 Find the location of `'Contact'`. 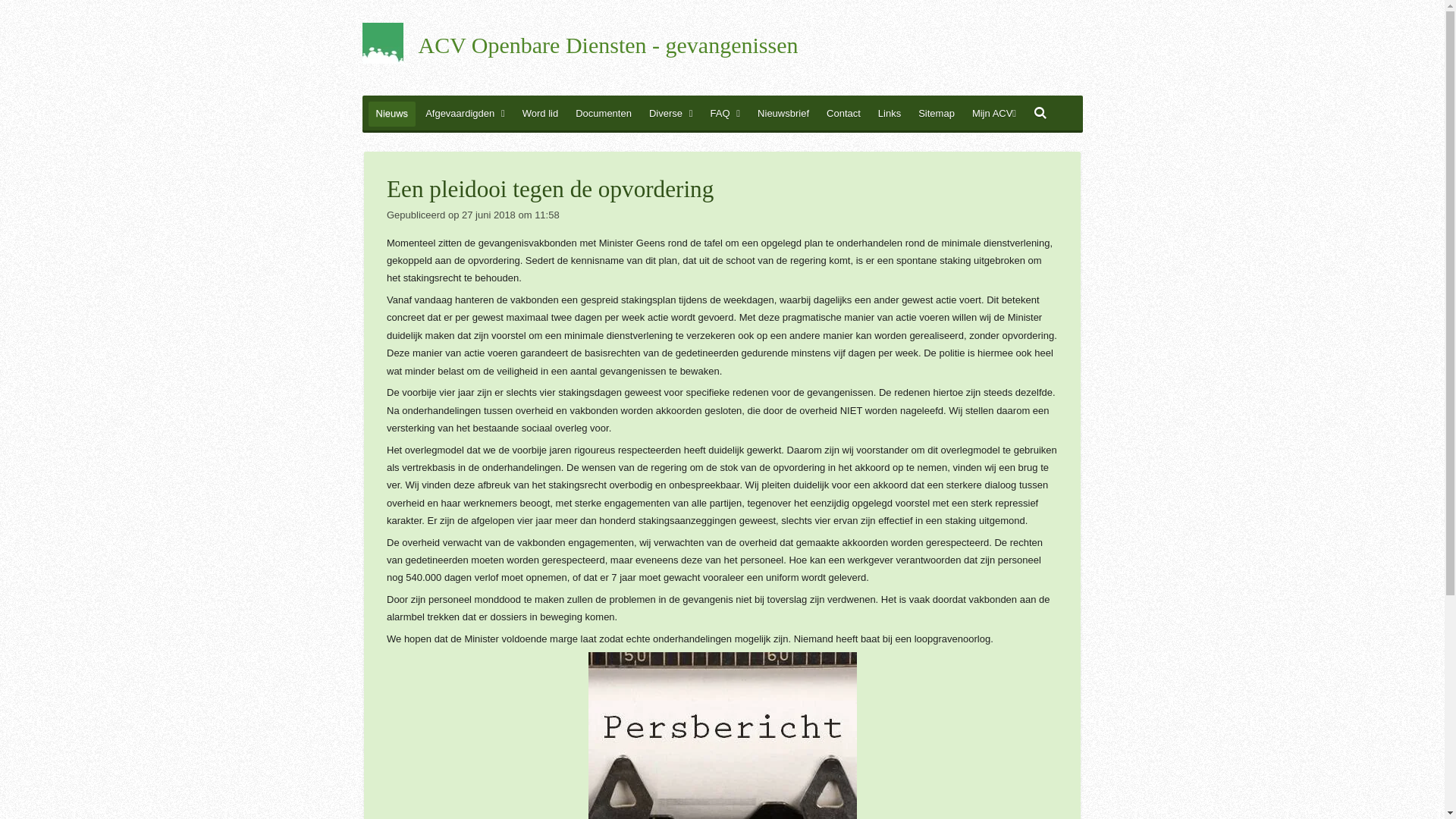

'Contact' is located at coordinates (843, 113).